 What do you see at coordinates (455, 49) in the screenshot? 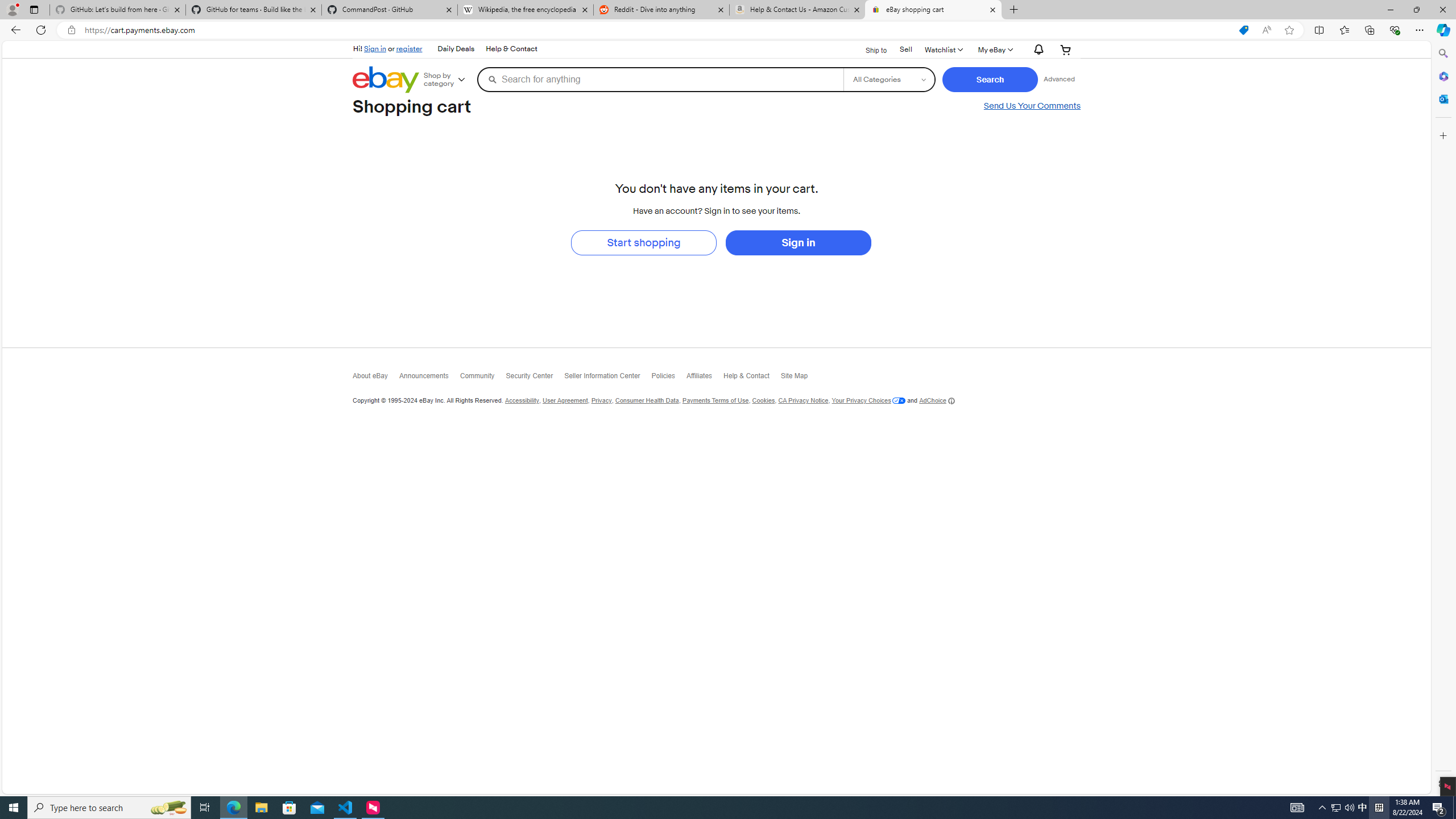
I see `'Daily Deals'` at bounding box center [455, 49].